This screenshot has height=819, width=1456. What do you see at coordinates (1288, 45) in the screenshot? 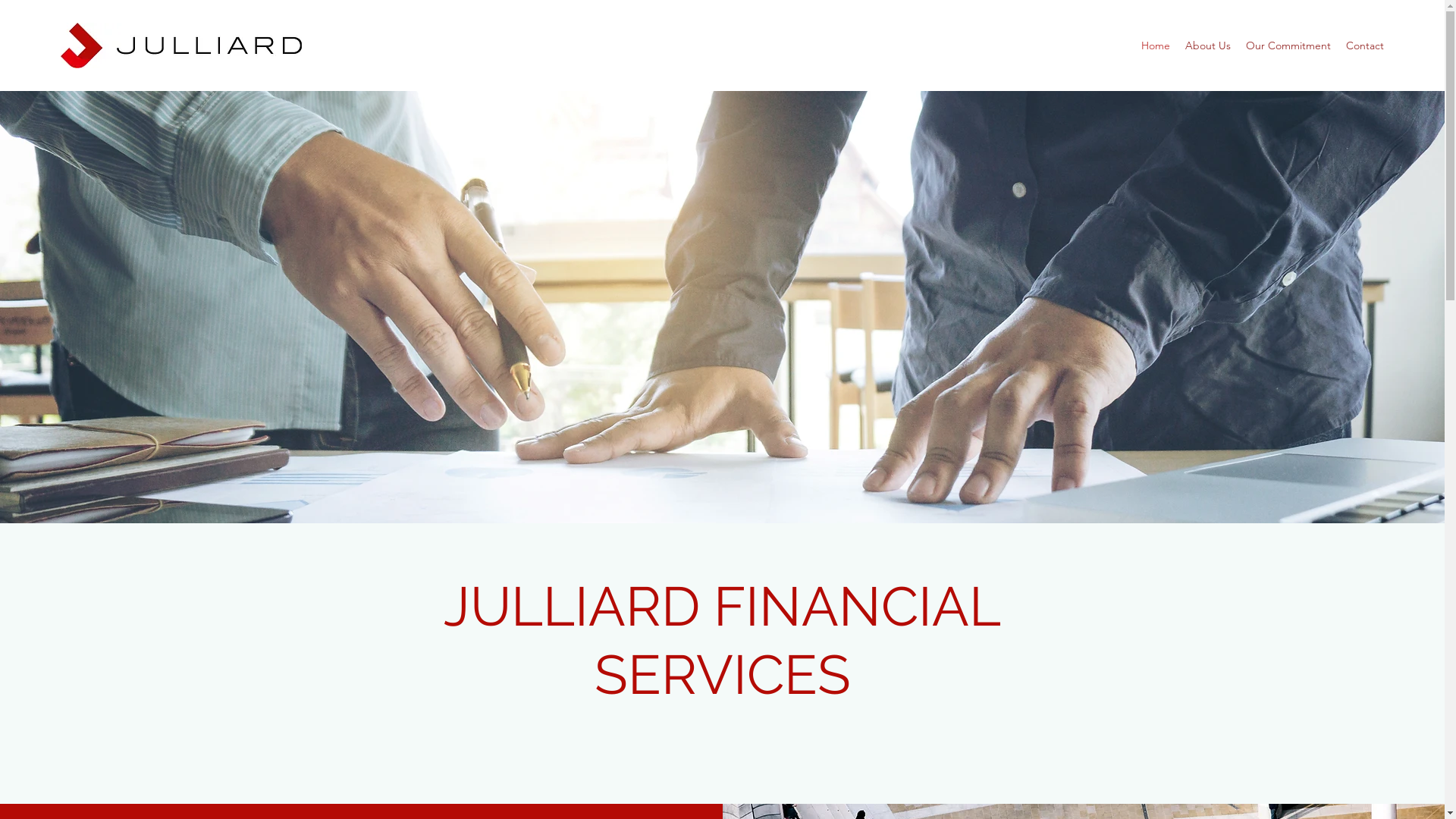
I see `'Our Commitment'` at bounding box center [1288, 45].